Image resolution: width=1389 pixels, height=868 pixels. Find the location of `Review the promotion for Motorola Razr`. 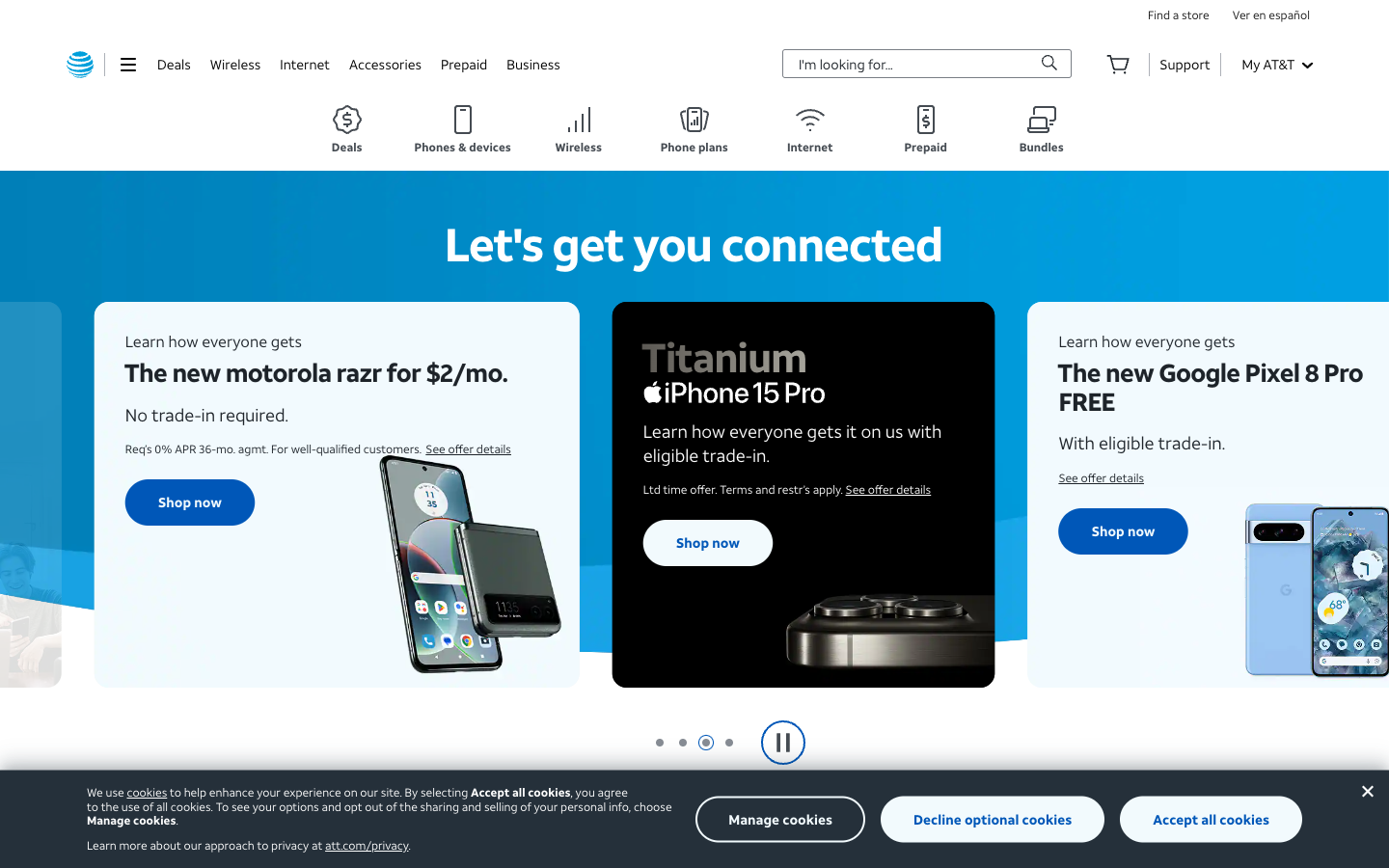

Review the promotion for Motorola Razr is located at coordinates (182, 518).